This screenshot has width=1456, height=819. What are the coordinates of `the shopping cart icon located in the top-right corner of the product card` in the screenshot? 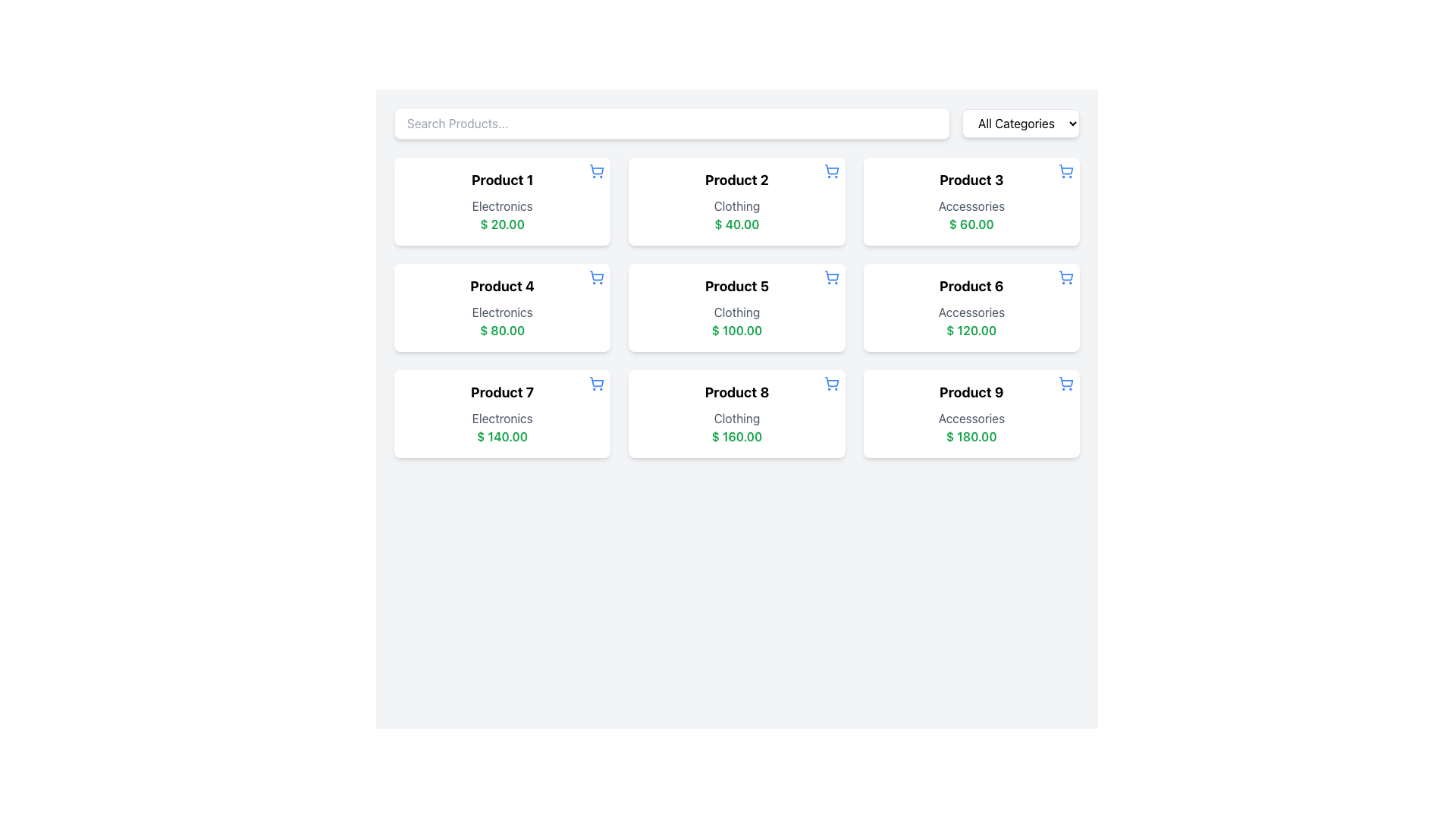 It's located at (1065, 381).